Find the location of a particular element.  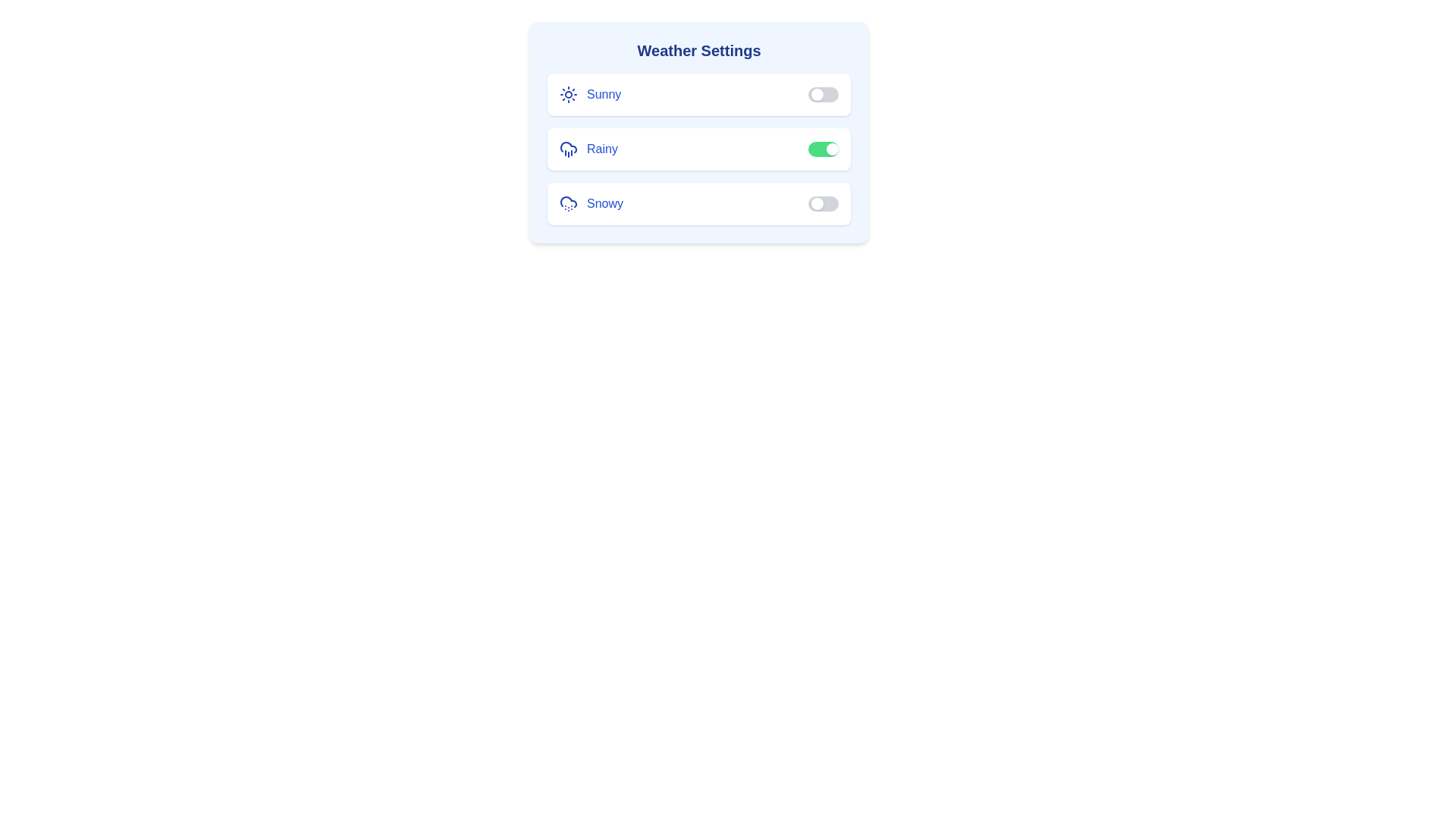

the descriptive text label for the 'Sunny' weather option, which is positioned between the sun icon and the toggle switch in the 'Weather Settings' section is located at coordinates (603, 94).